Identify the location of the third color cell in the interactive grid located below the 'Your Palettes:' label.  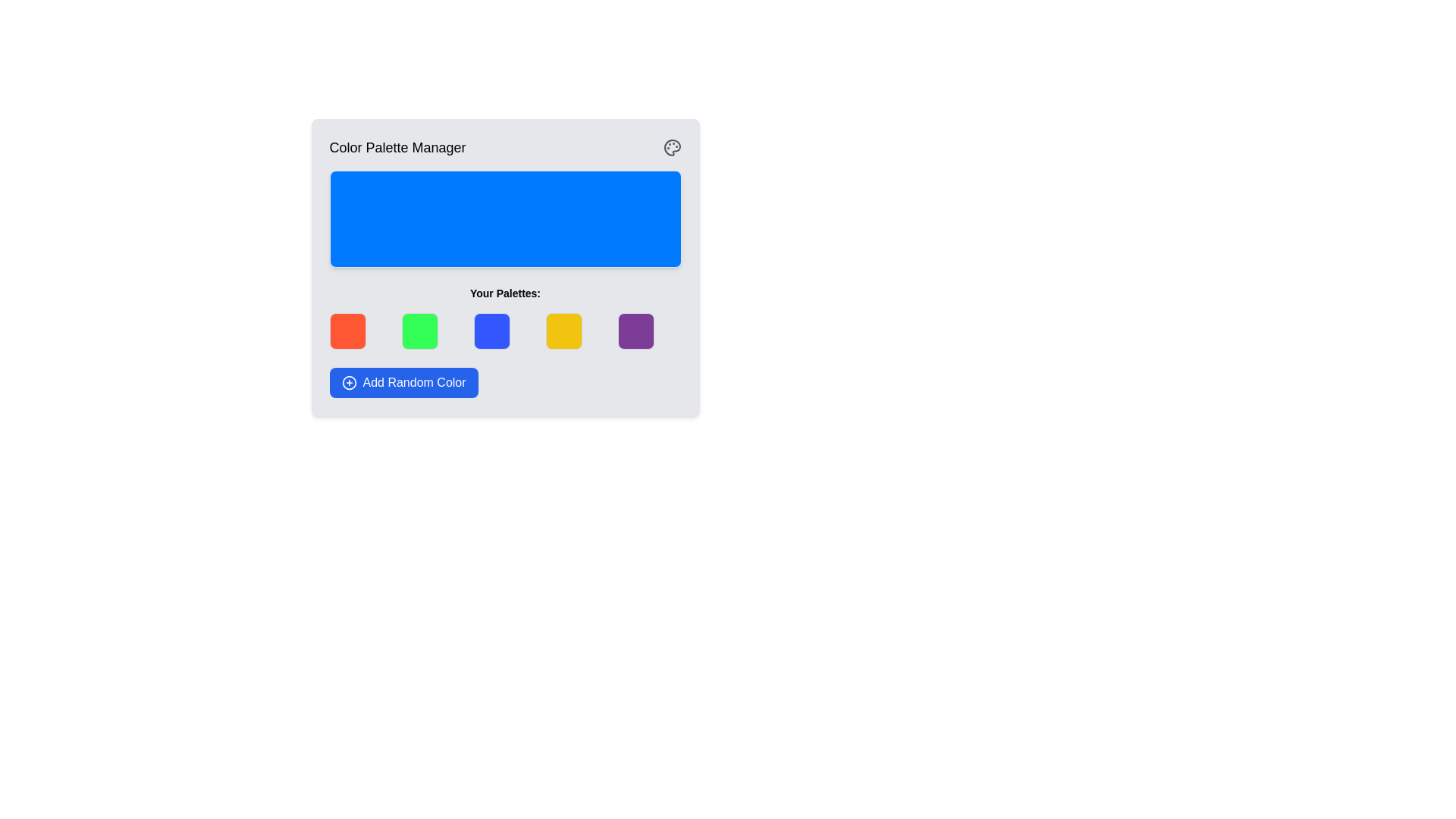
(505, 330).